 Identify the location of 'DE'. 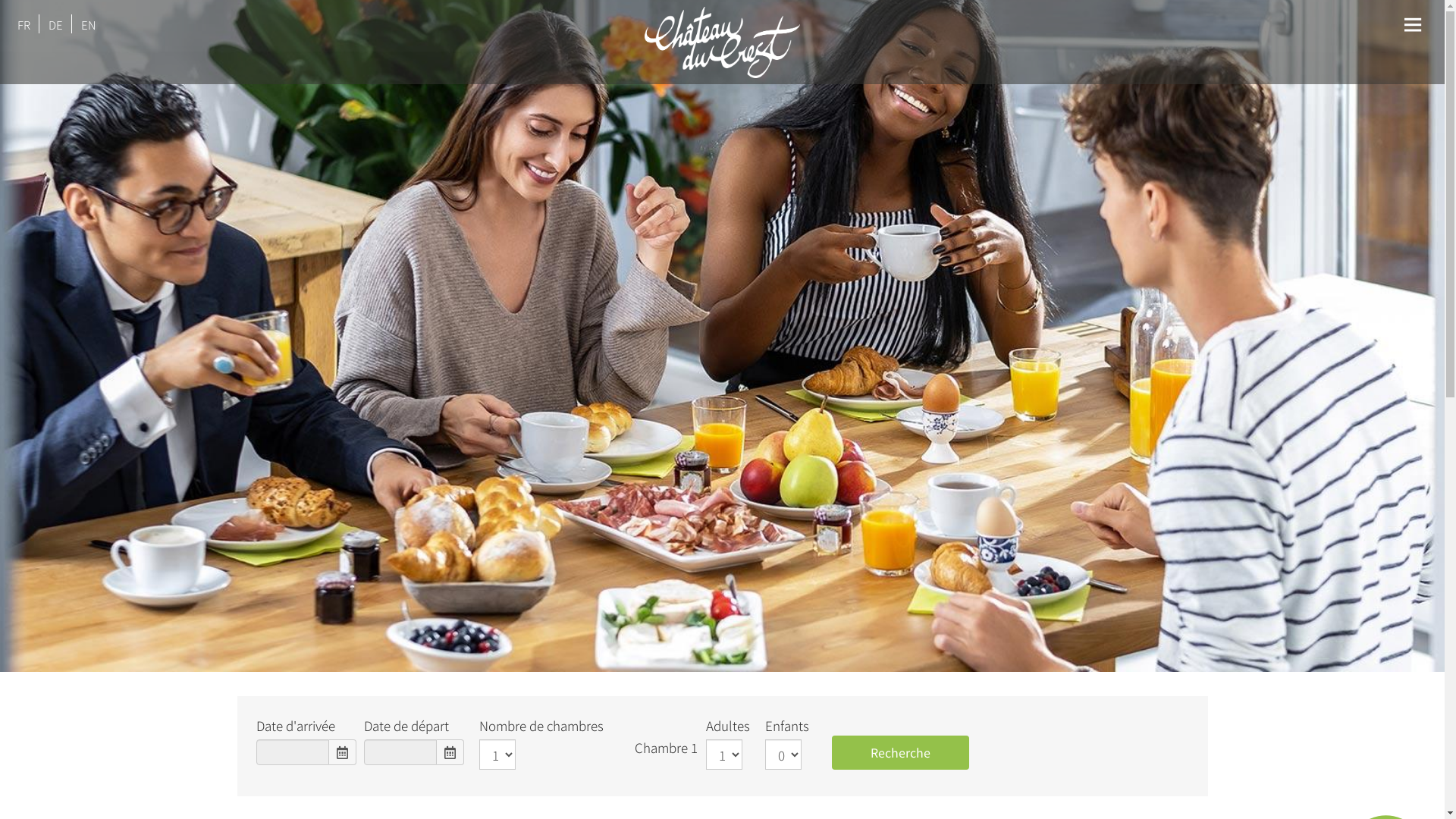
(57, 24).